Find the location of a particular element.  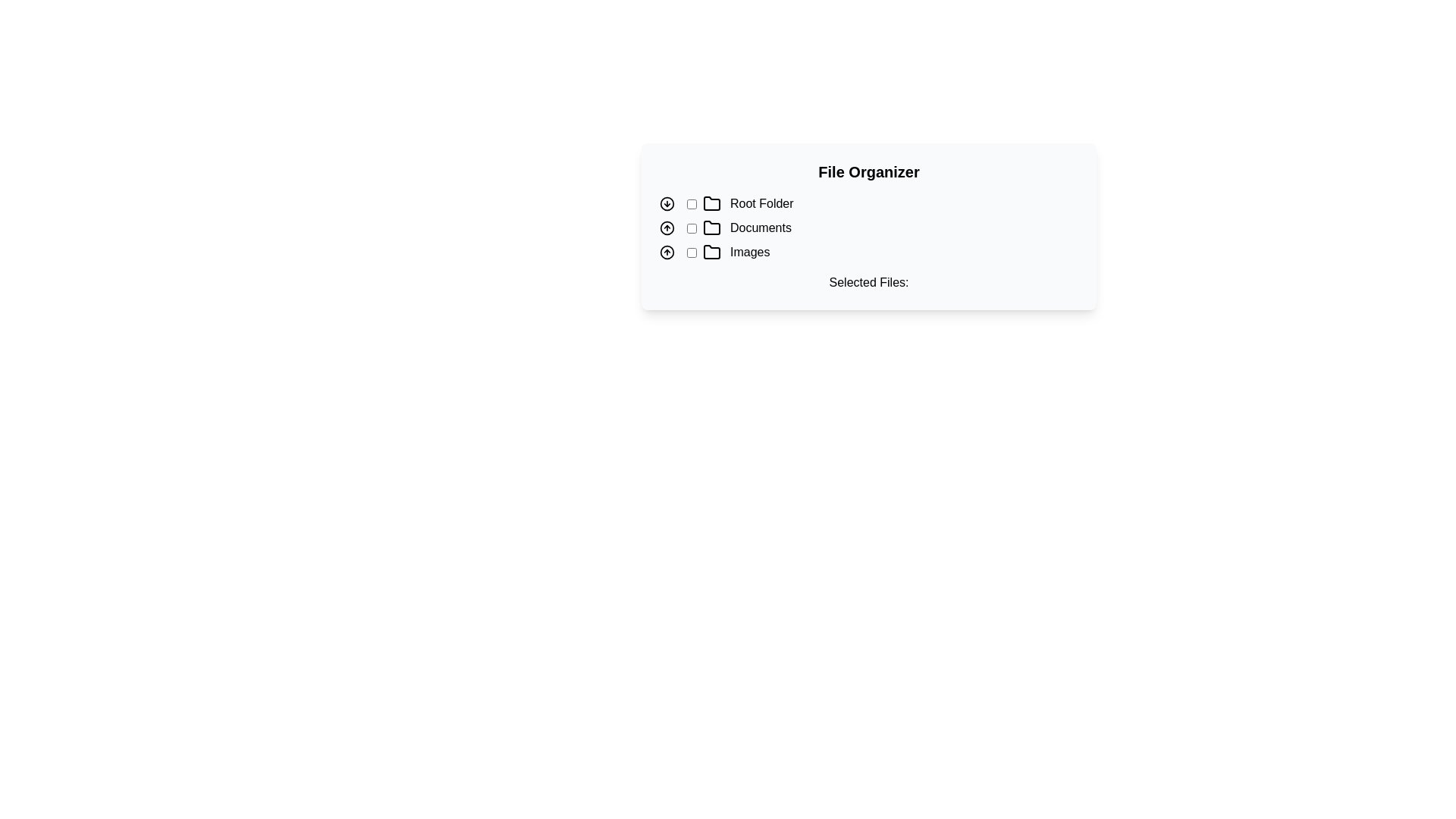

the 'File Organizer' header element, which is styled in bold and larger font, located at the top of the panel is located at coordinates (869, 171).